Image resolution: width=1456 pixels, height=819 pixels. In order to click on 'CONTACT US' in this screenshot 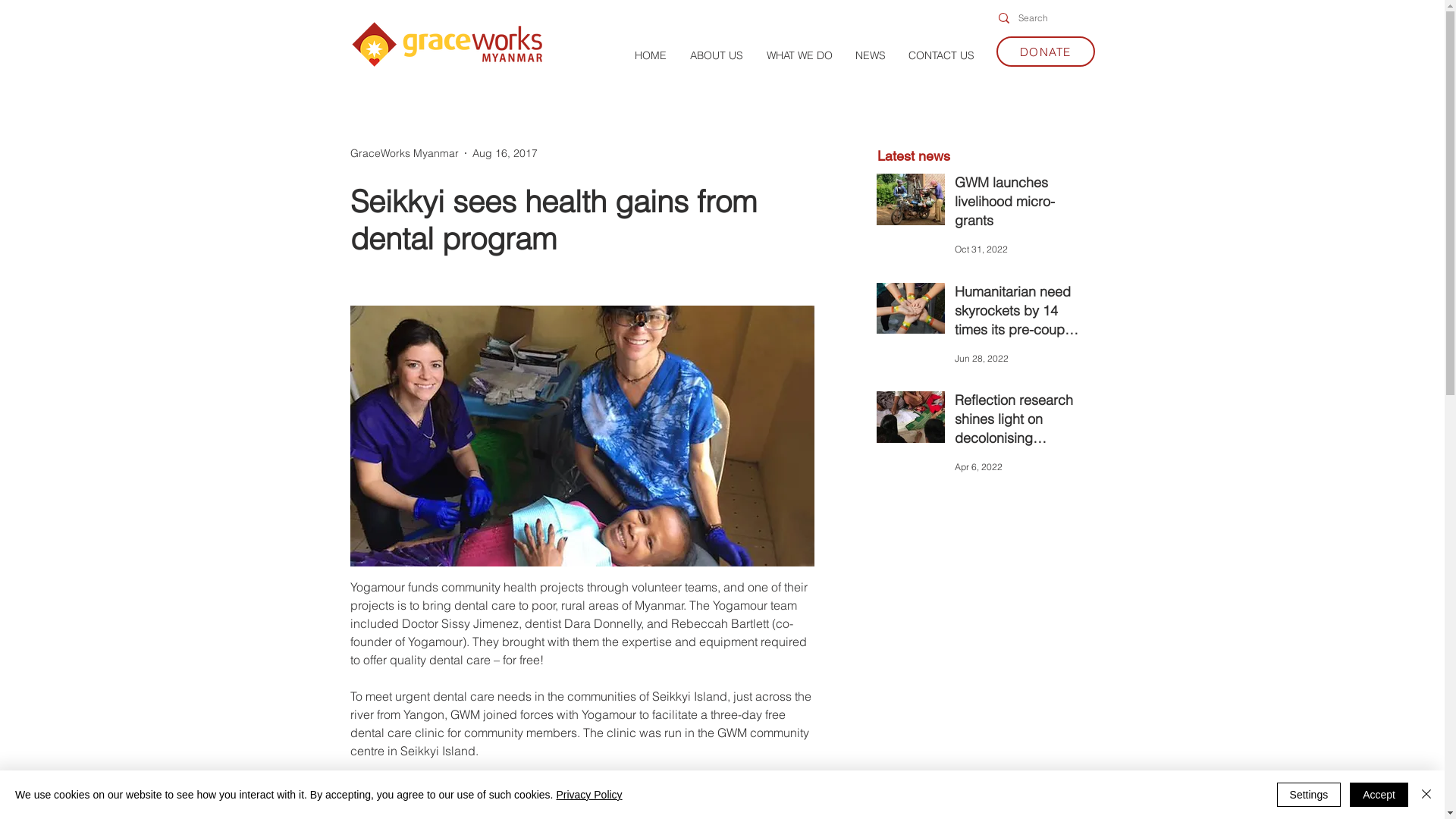, I will do `click(940, 55)`.